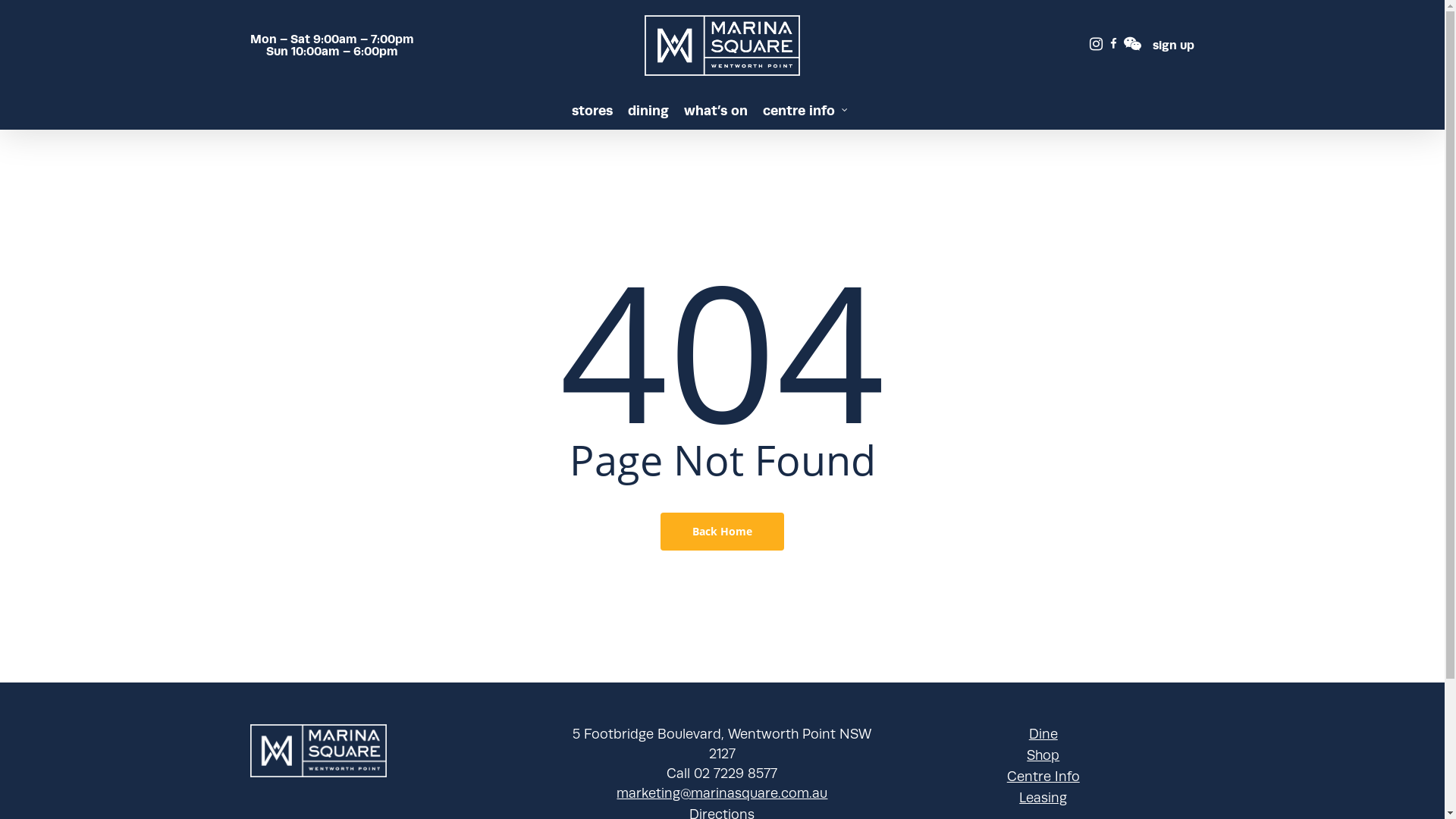 This screenshot has width=1456, height=819. Describe the element at coordinates (1042, 755) in the screenshot. I see `'Shop'` at that location.